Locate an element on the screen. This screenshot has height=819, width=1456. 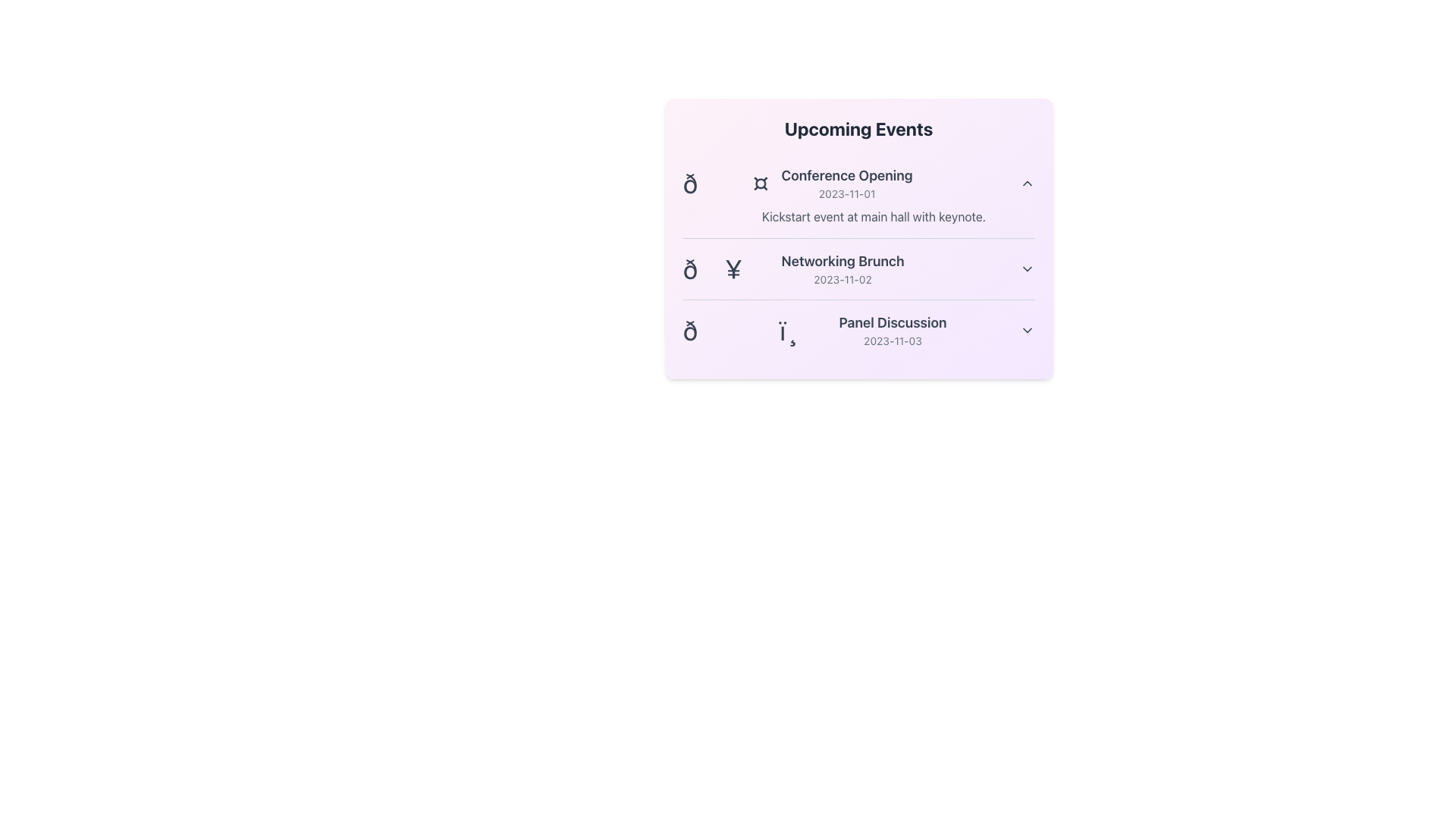
the text element titled 'Panel Discussion' with the date '2023-11-03' located in the third row of the 'Upcoming Events' list is located at coordinates (893, 329).